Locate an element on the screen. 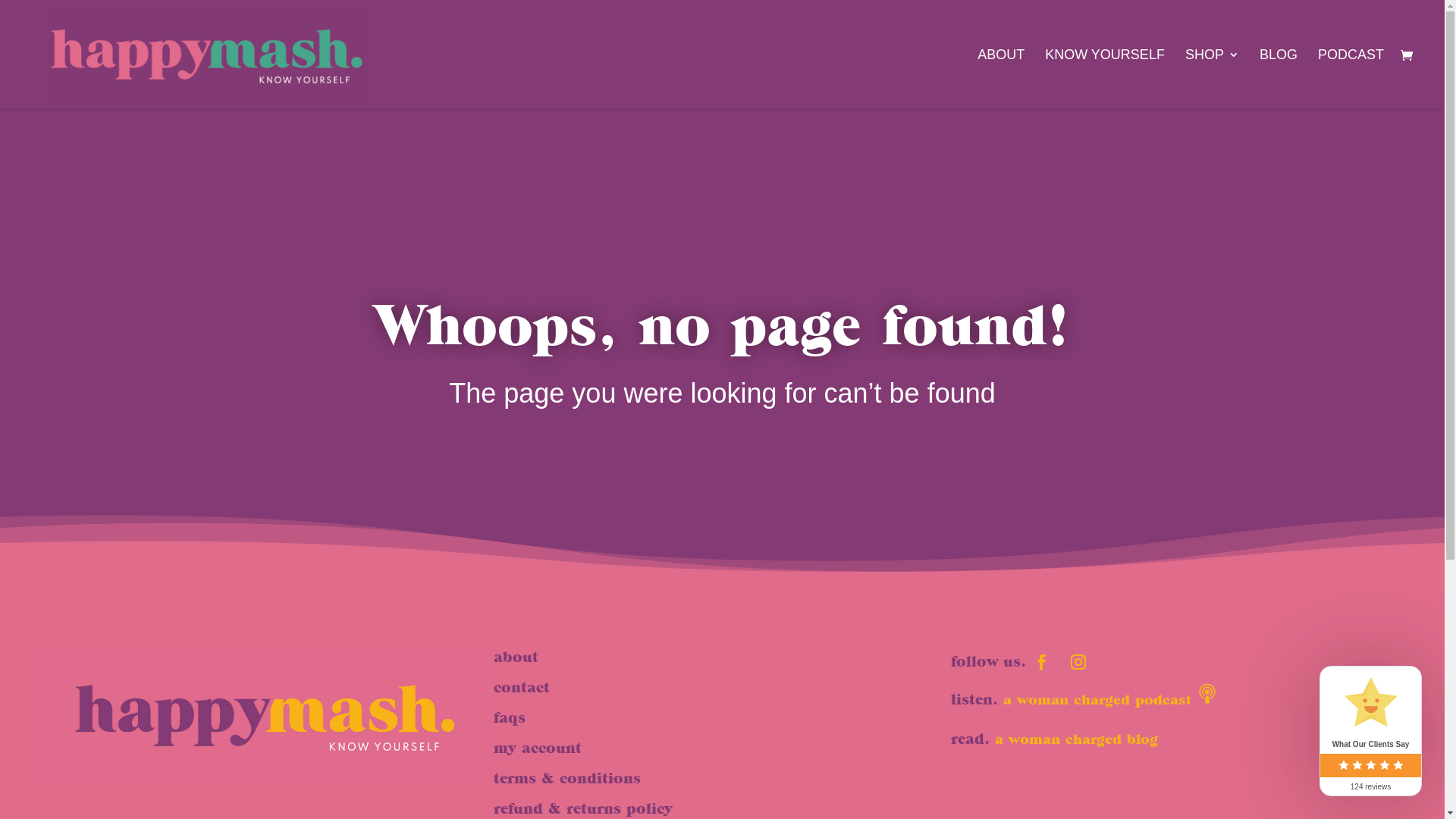  'a woman charged podcast' is located at coordinates (1097, 698).